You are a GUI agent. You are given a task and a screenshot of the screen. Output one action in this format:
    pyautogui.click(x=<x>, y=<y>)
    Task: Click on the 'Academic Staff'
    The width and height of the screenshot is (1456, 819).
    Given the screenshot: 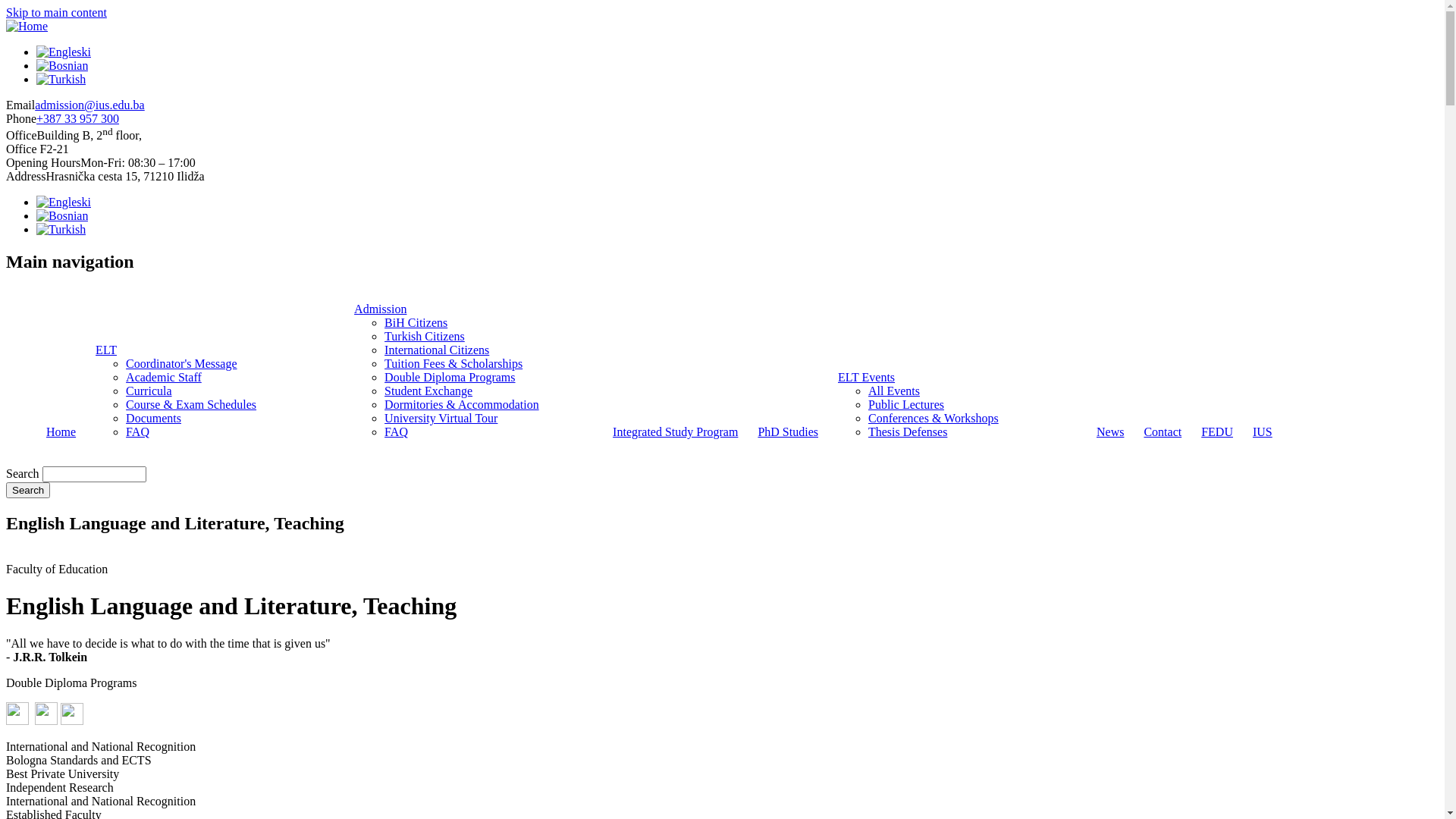 What is the action you would take?
    pyautogui.click(x=164, y=376)
    